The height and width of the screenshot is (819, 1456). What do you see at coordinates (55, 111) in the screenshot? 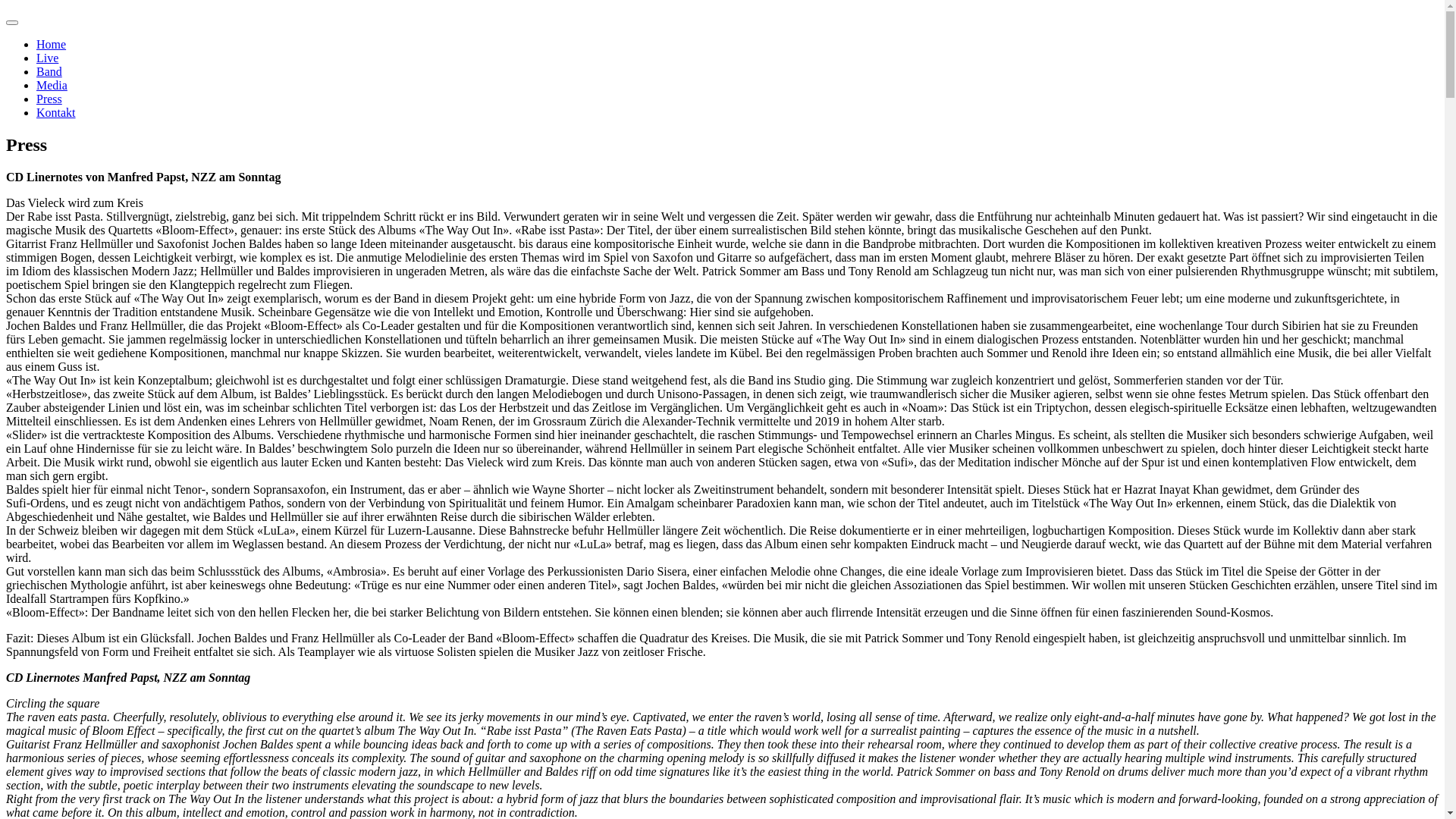
I see `'Kontakt'` at bounding box center [55, 111].